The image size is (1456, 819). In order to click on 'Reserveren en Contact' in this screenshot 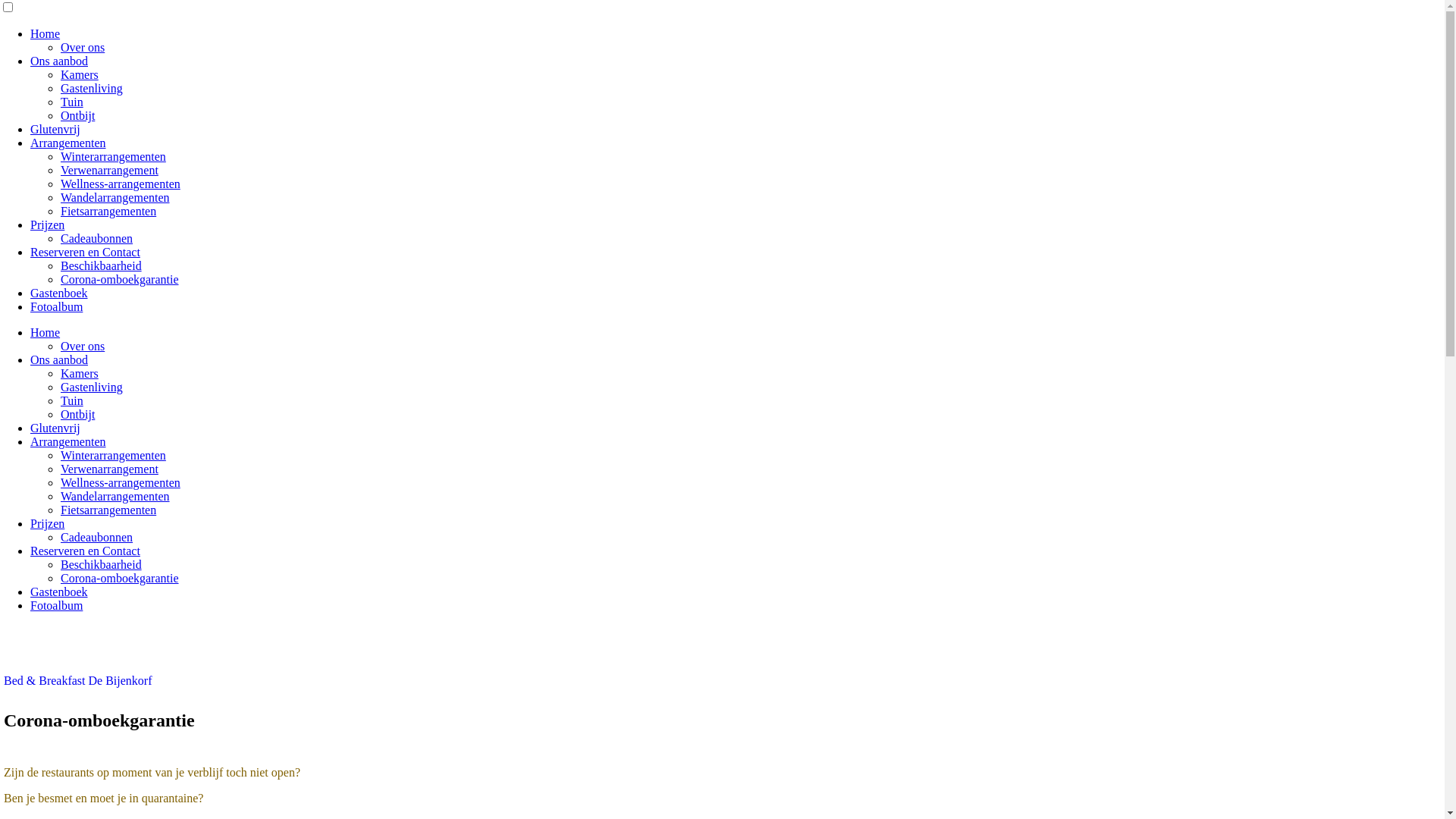, I will do `click(84, 251)`.